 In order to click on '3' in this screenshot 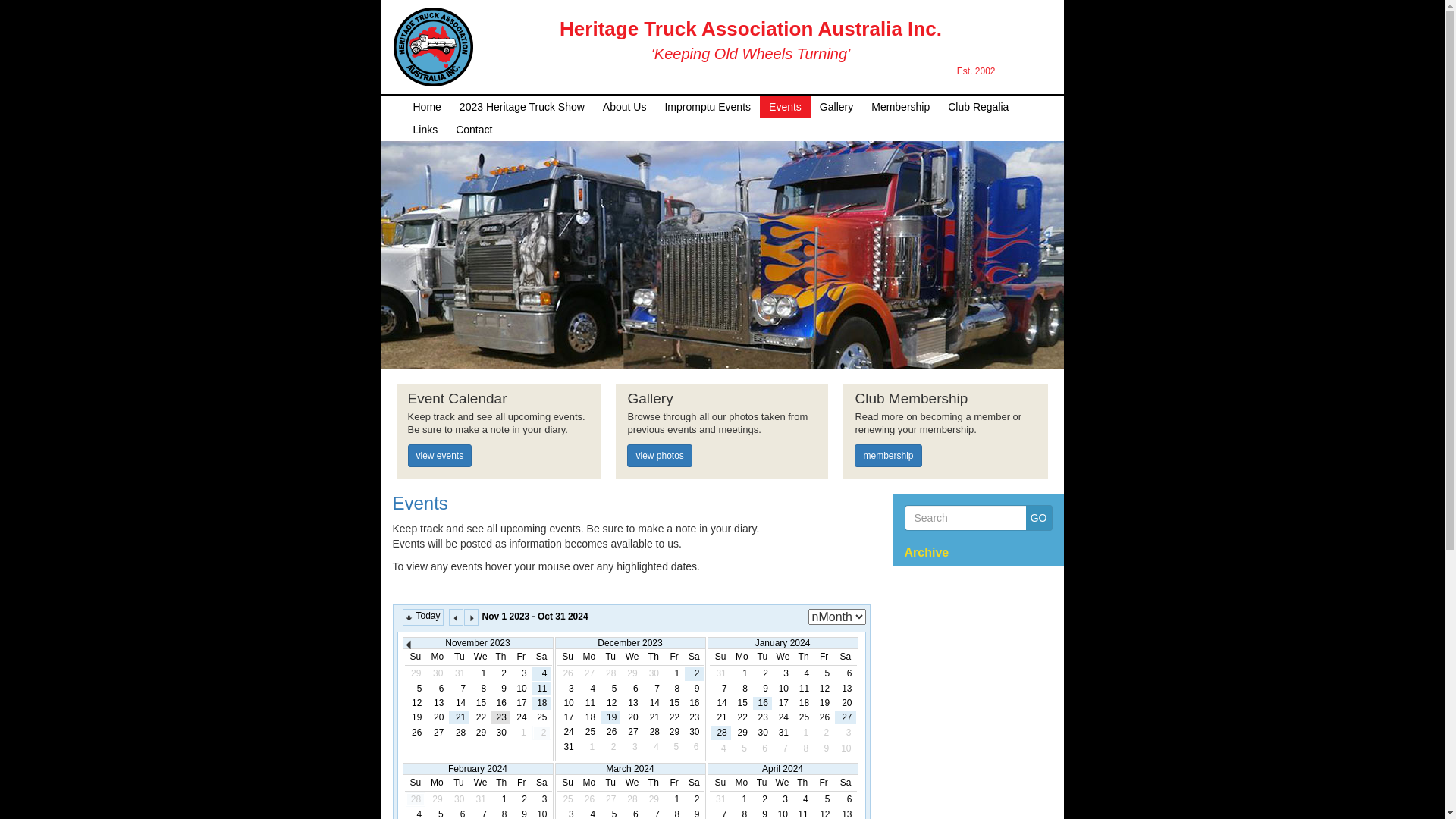, I will do `click(566, 689)`.